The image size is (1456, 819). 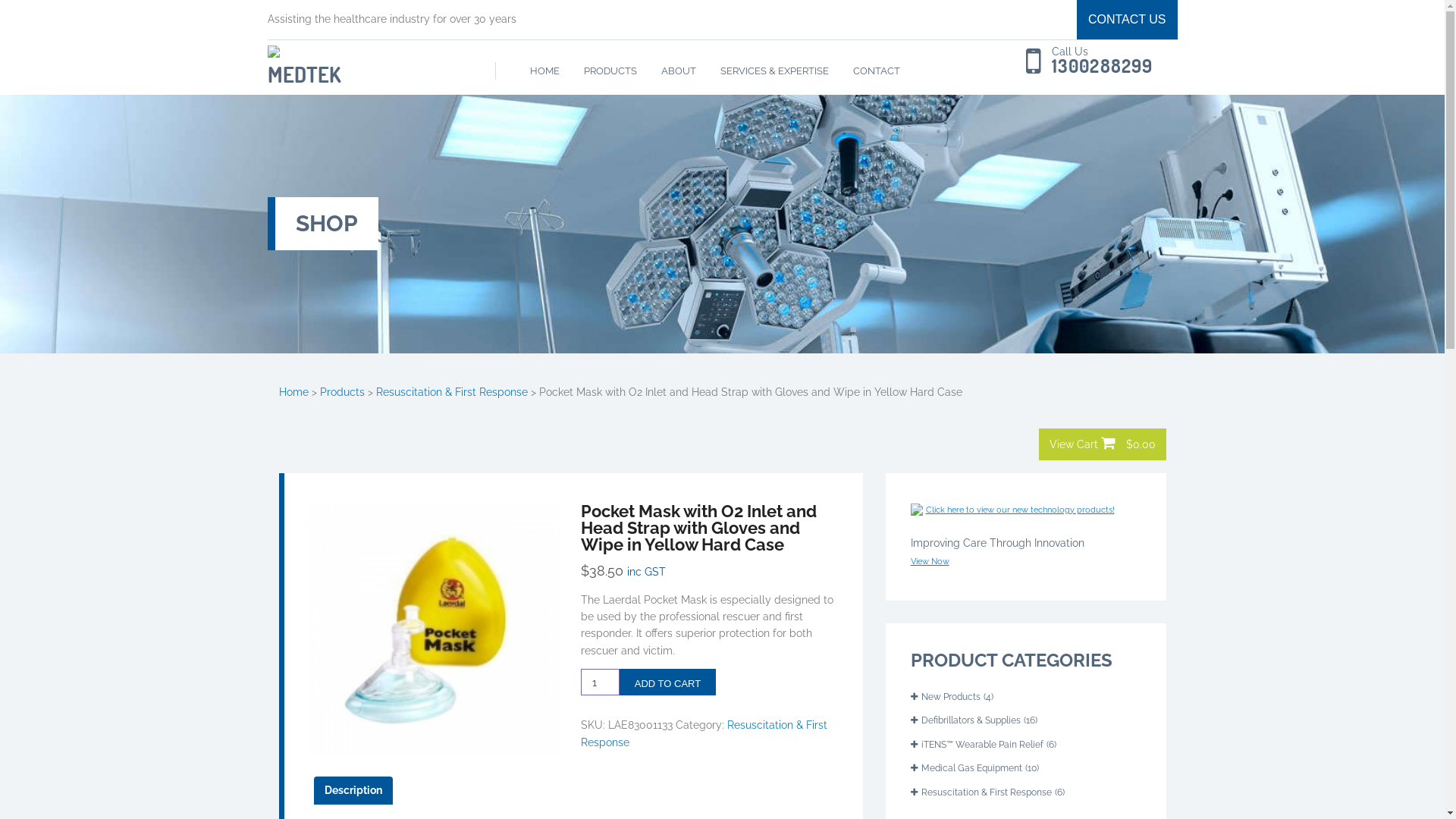 I want to click on 'CONTACT US', so click(x=1127, y=20).